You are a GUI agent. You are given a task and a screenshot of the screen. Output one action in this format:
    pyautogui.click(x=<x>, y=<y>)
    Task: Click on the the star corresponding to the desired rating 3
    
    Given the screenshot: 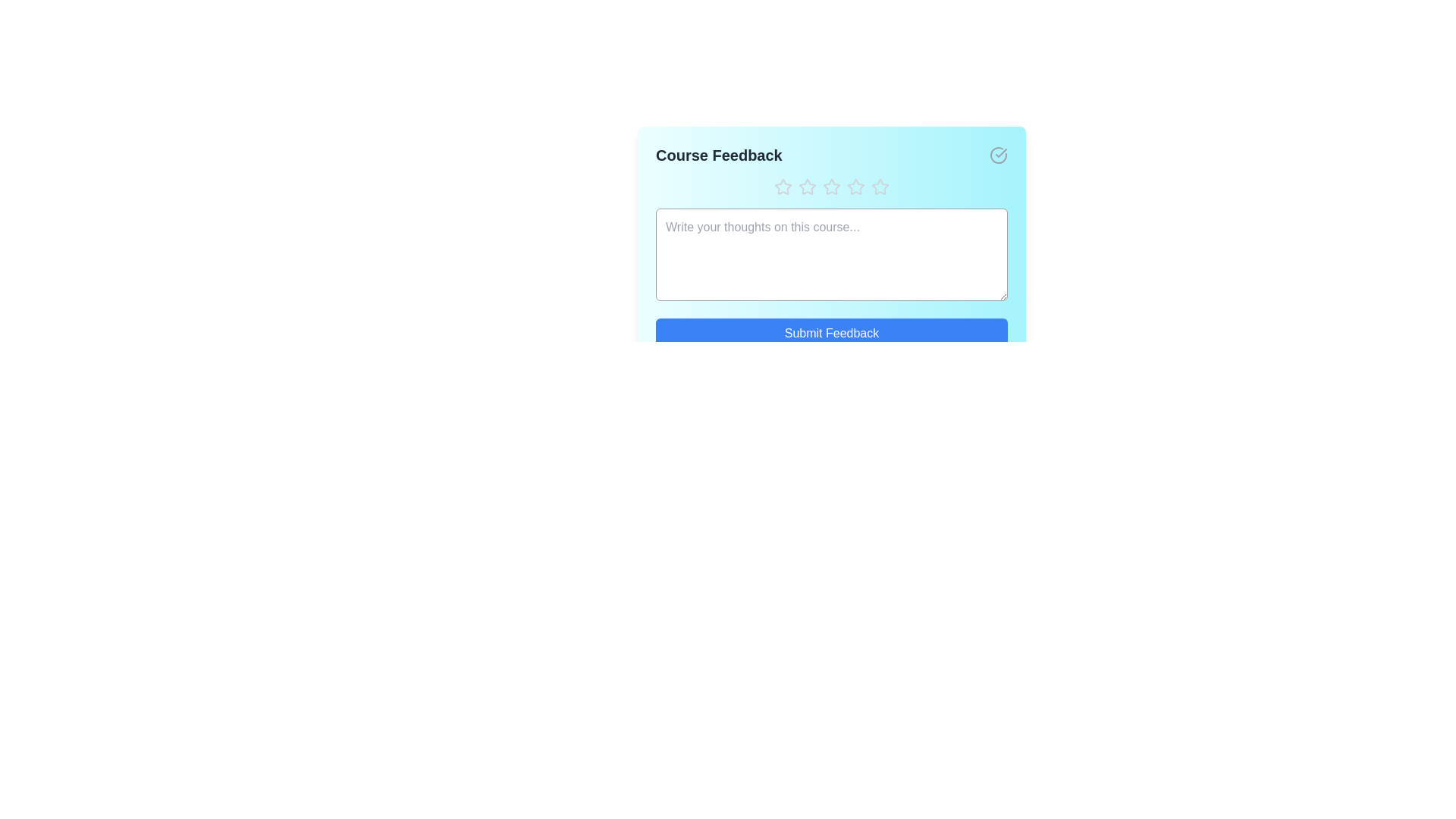 What is the action you would take?
    pyautogui.click(x=831, y=186)
    